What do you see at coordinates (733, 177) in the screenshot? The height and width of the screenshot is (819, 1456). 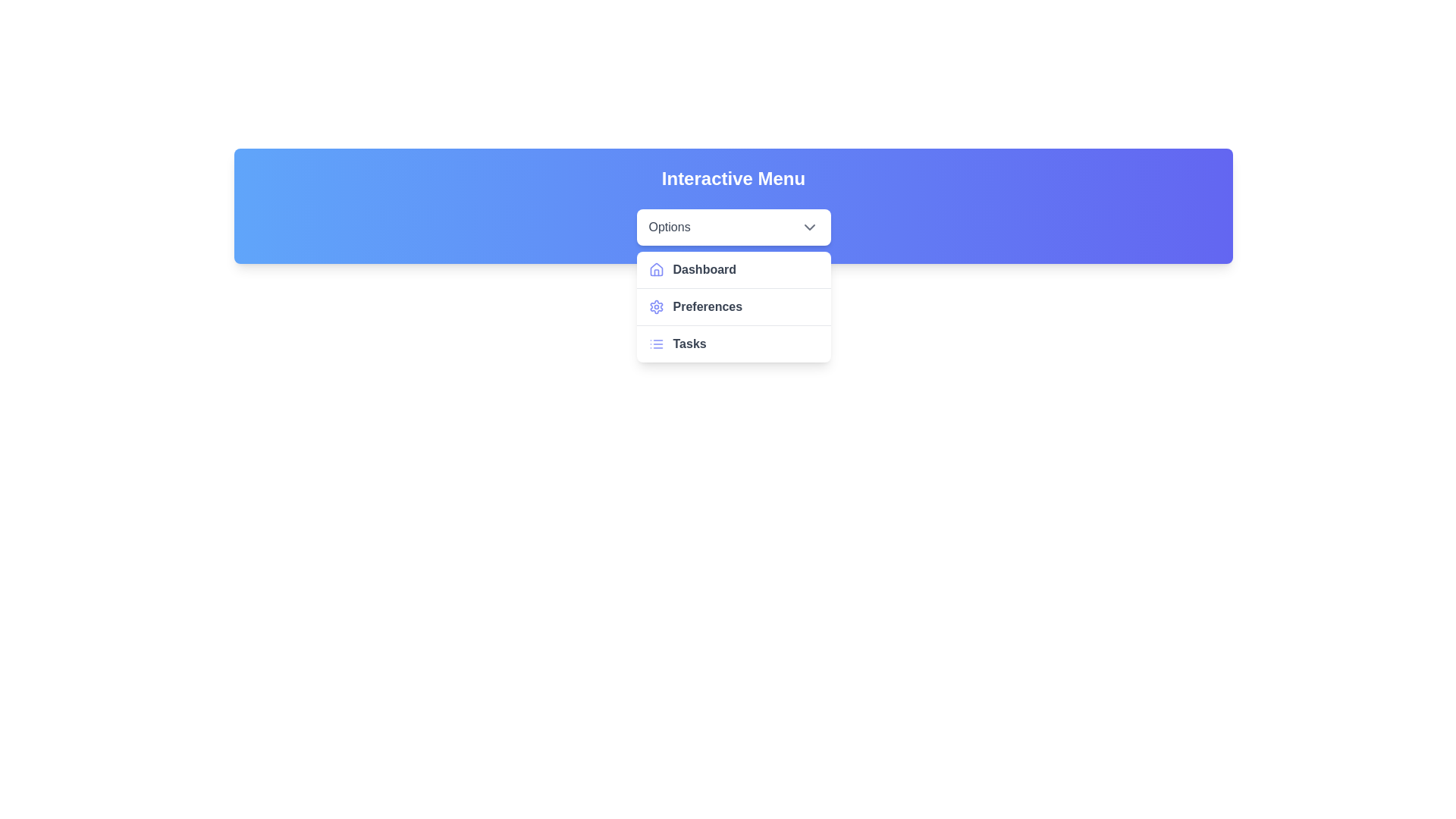 I see `the textual component displaying 'Interactive Menu' in a bold, large font, centrally positioned at the top of the header bar` at bounding box center [733, 177].